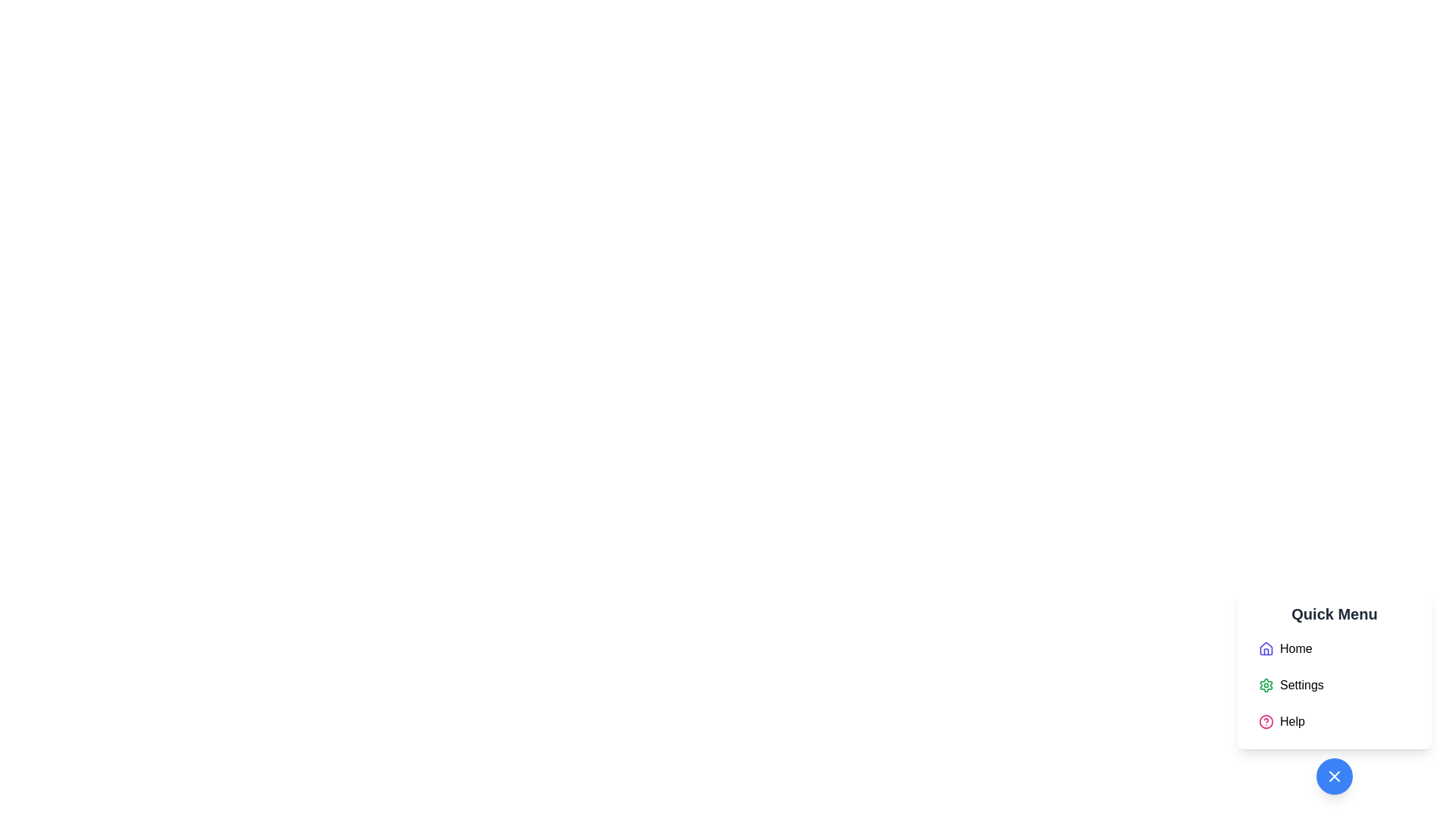 The width and height of the screenshot is (1456, 819). What do you see at coordinates (1295, 648) in the screenshot?
I see `the first item text label` at bounding box center [1295, 648].